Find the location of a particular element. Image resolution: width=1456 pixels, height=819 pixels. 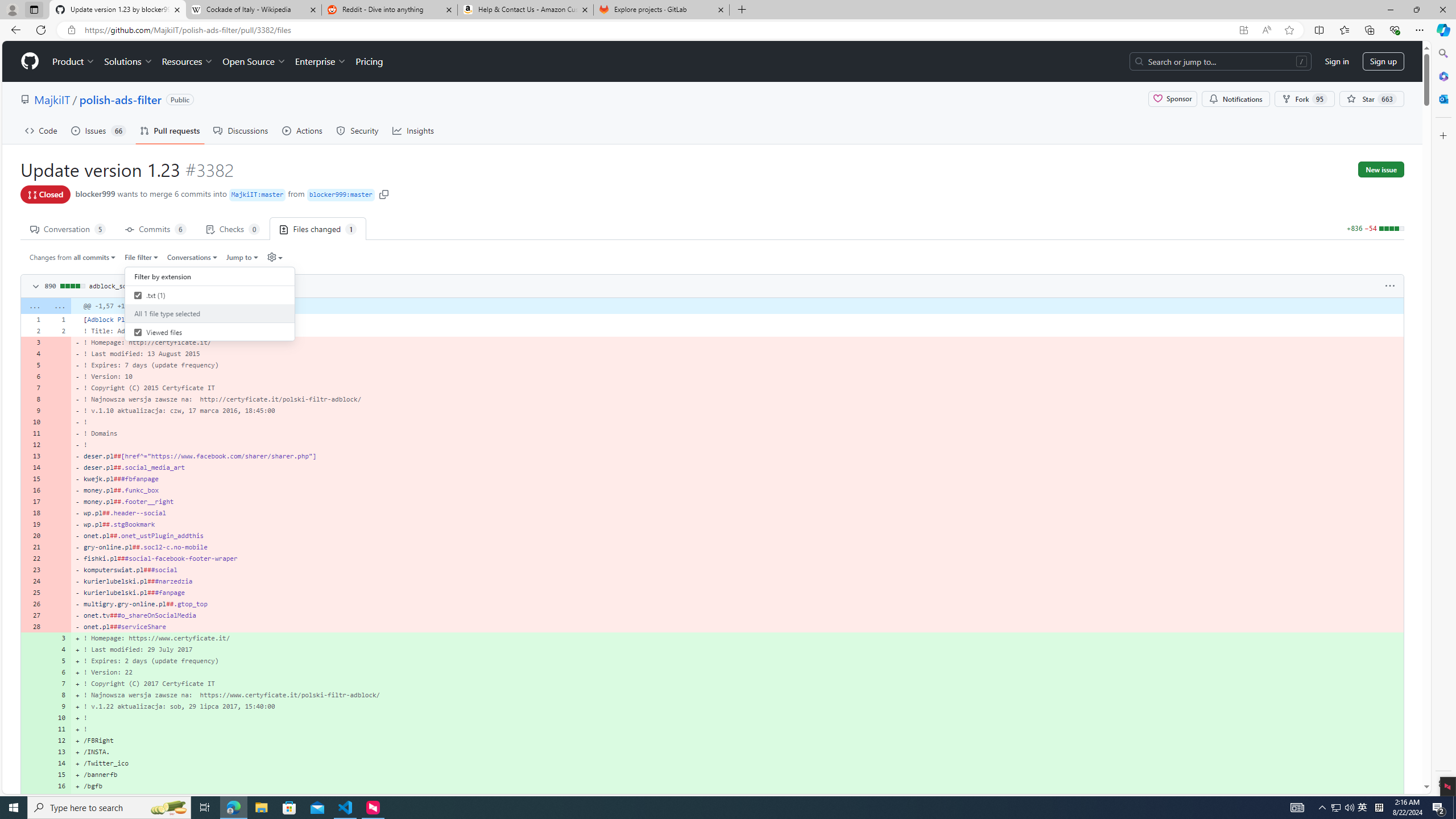

'Issues 66' is located at coordinates (97, 130).